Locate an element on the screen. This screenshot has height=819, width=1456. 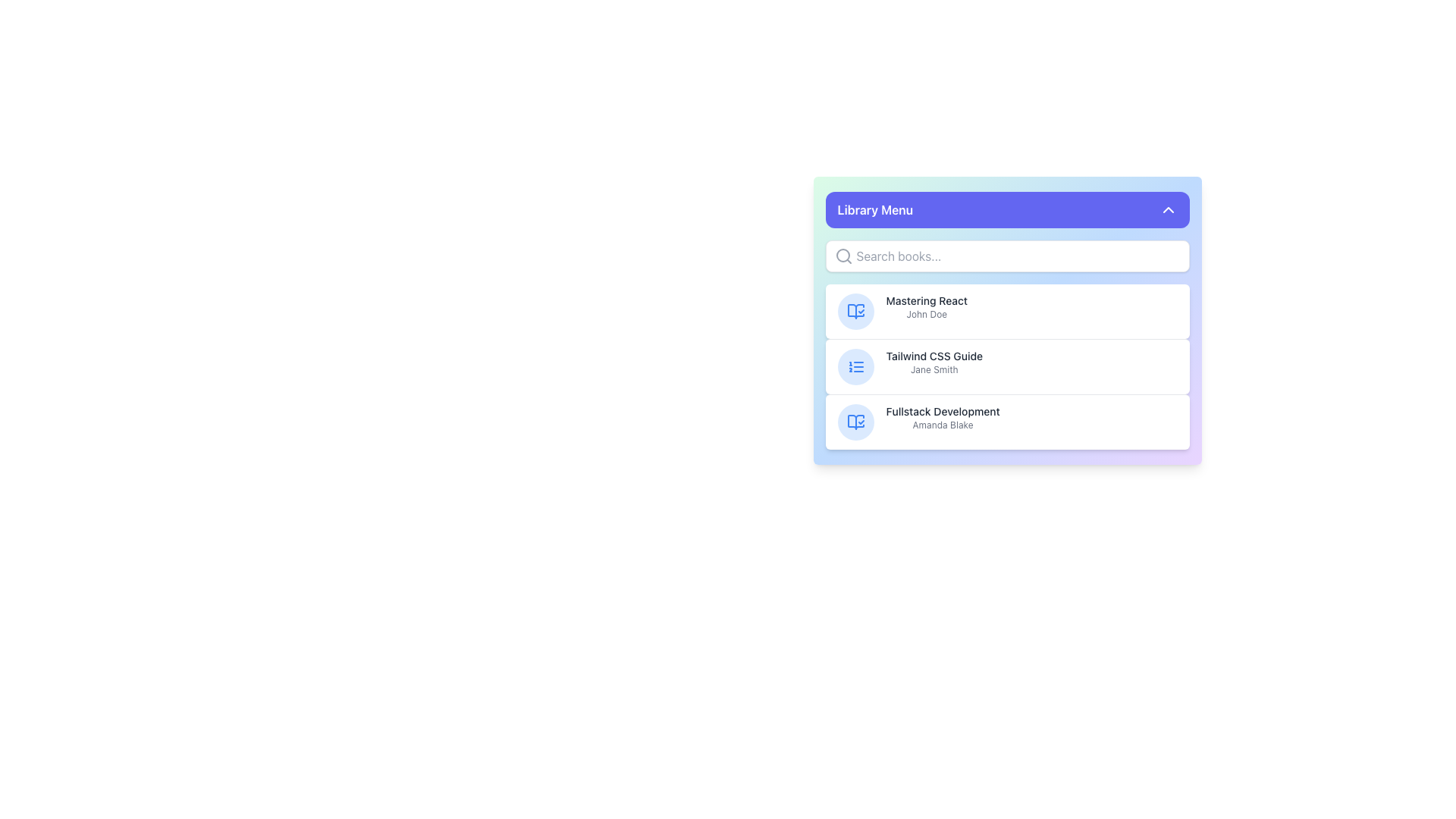
text label displaying 'John Doe' located beneath the title 'Mastering React' in the first book entry of the vertical list is located at coordinates (926, 314).